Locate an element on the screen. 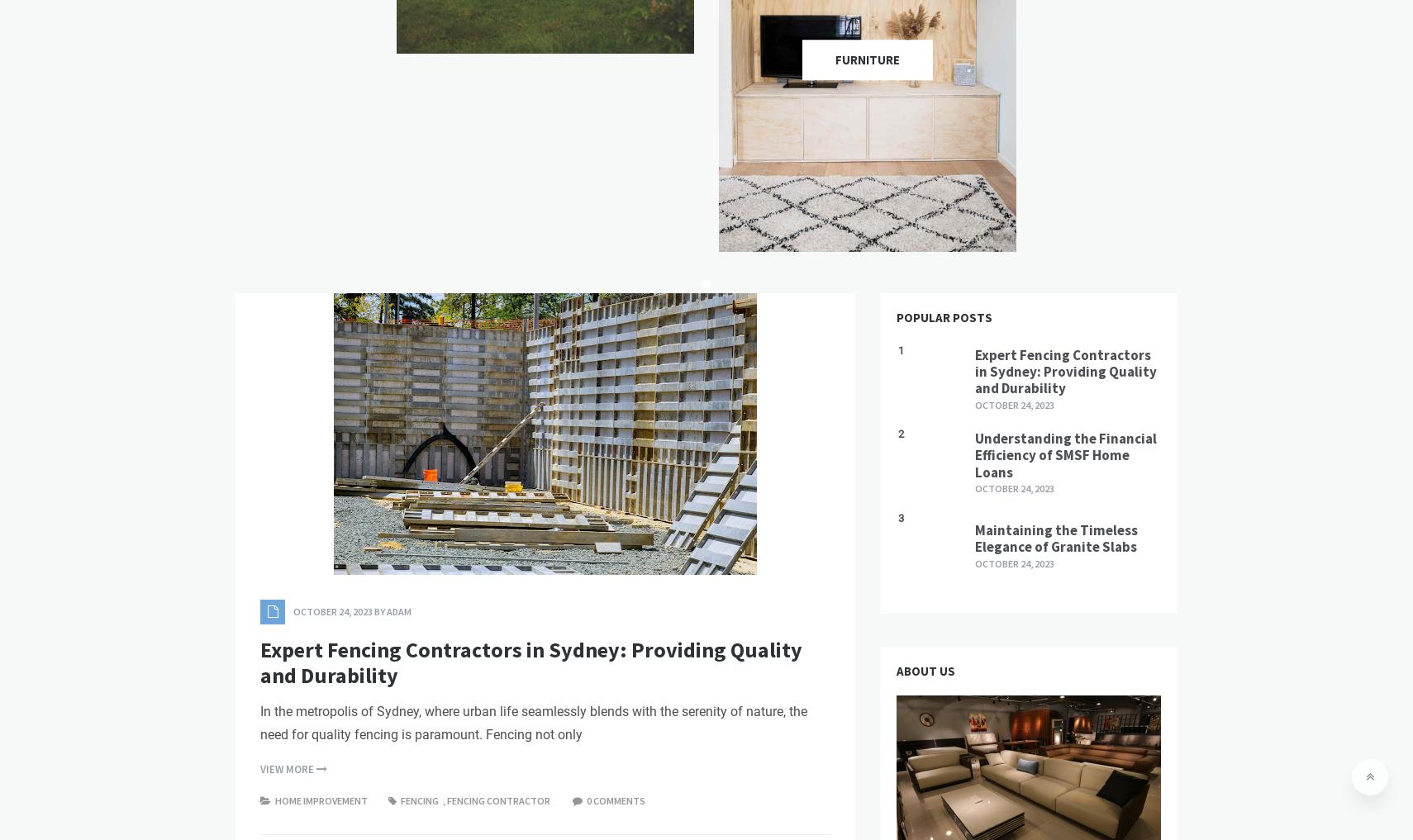 The image size is (1413, 840). '3' is located at coordinates (899, 517).